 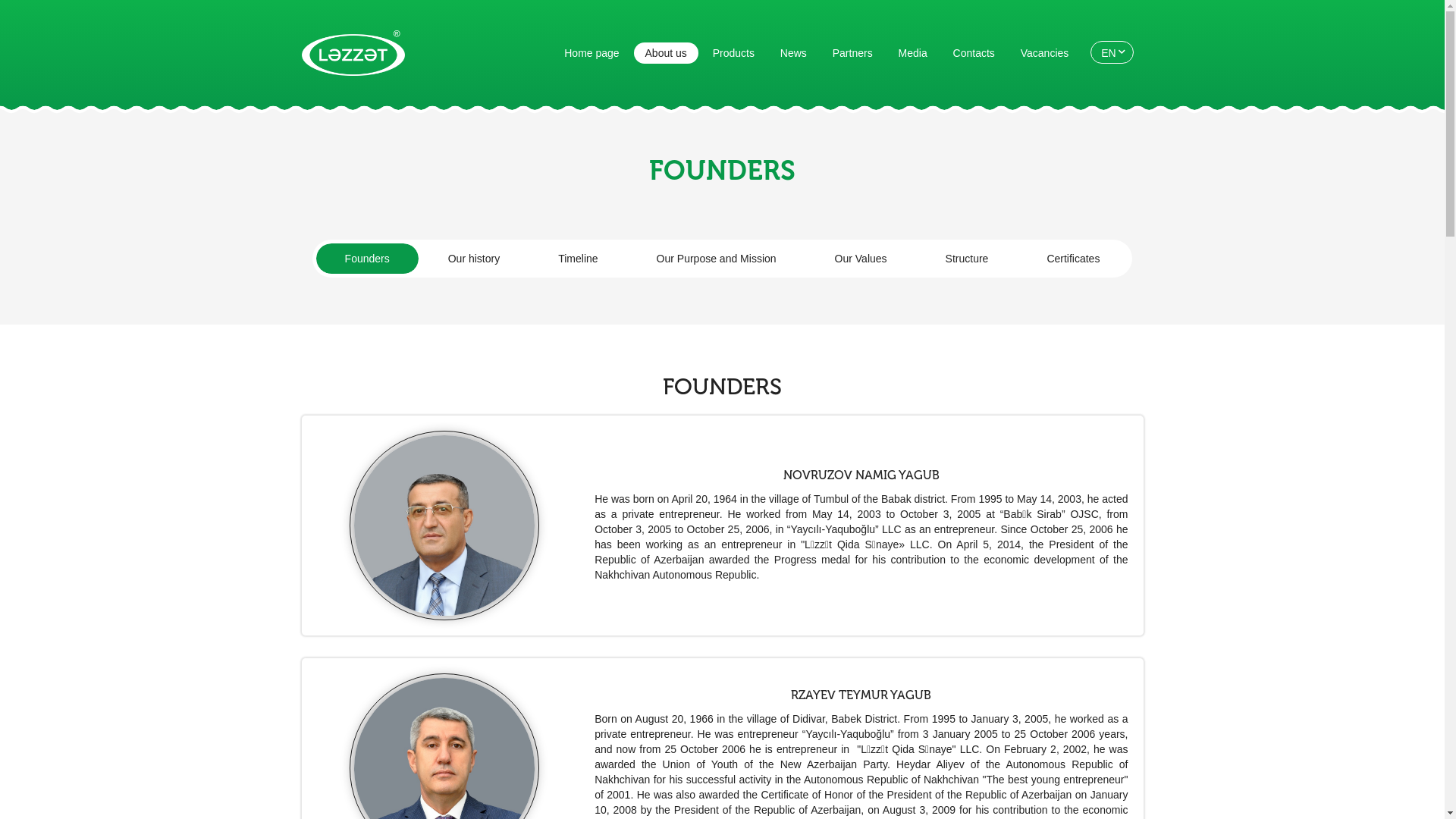 I want to click on 'Media', so click(x=887, y=52).